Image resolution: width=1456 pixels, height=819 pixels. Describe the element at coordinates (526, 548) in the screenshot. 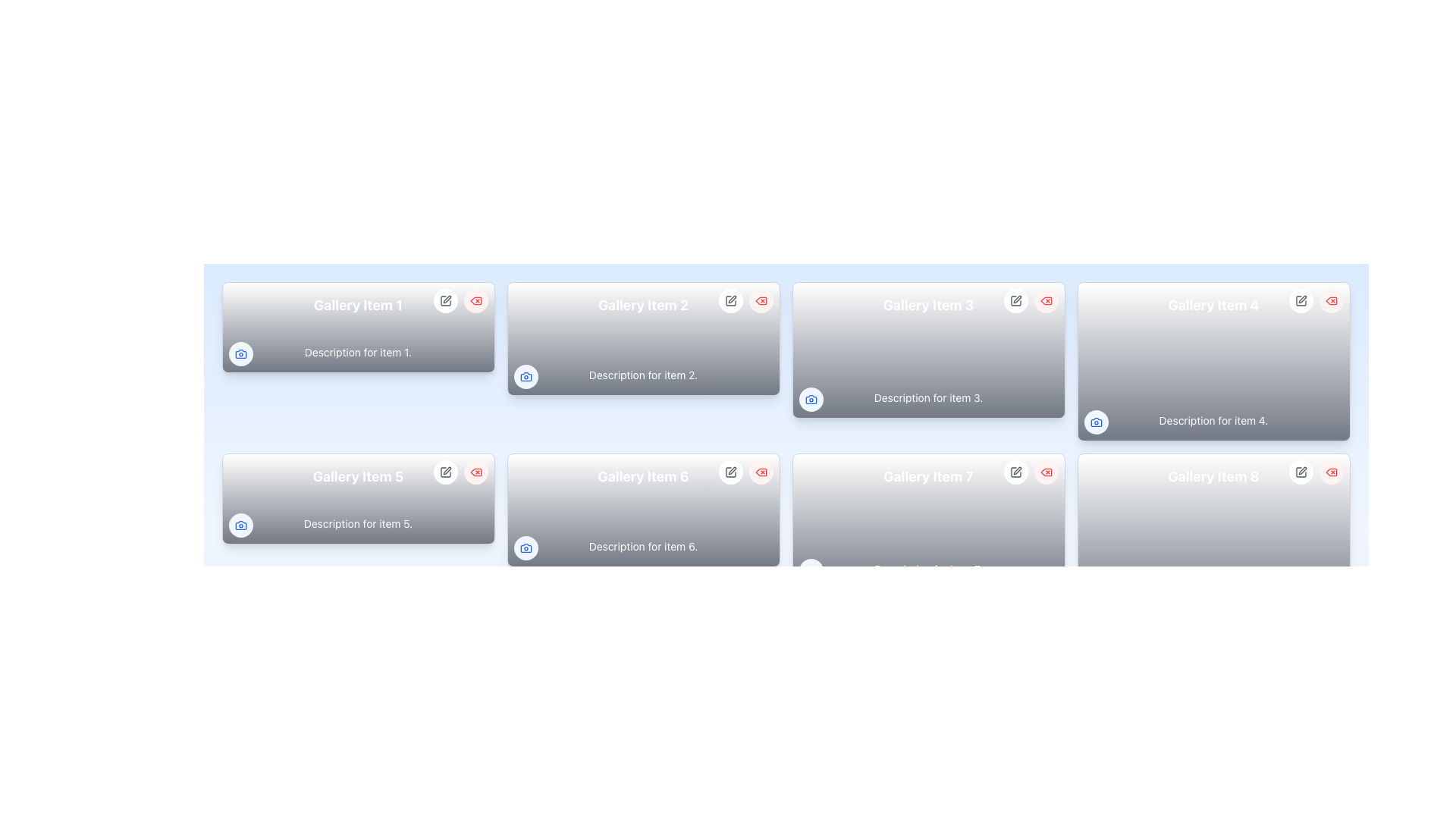

I see `the icon in the left-bottom corner of 'Gallery Item 6'` at that location.